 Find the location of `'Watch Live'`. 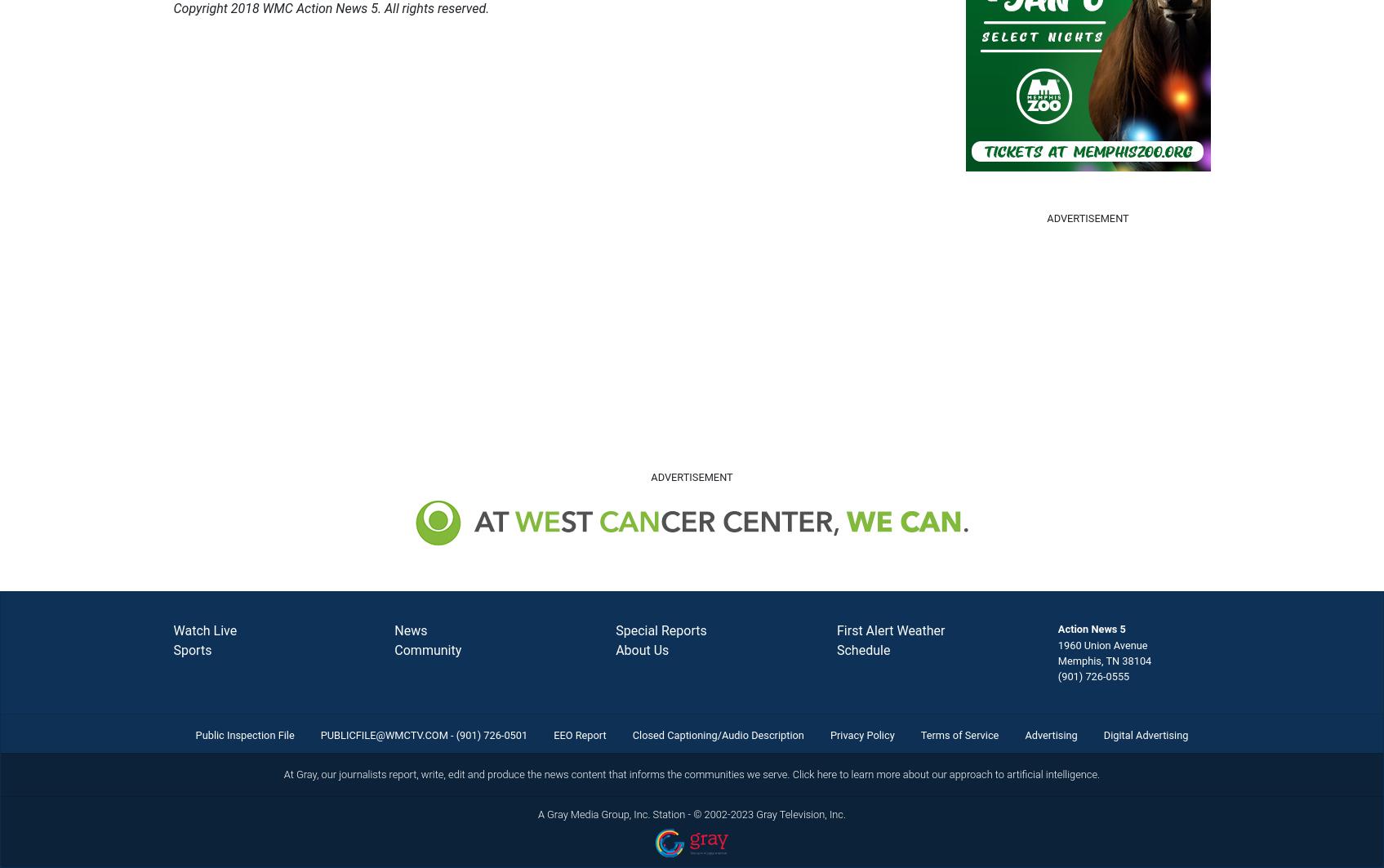

'Watch Live' is located at coordinates (204, 630).